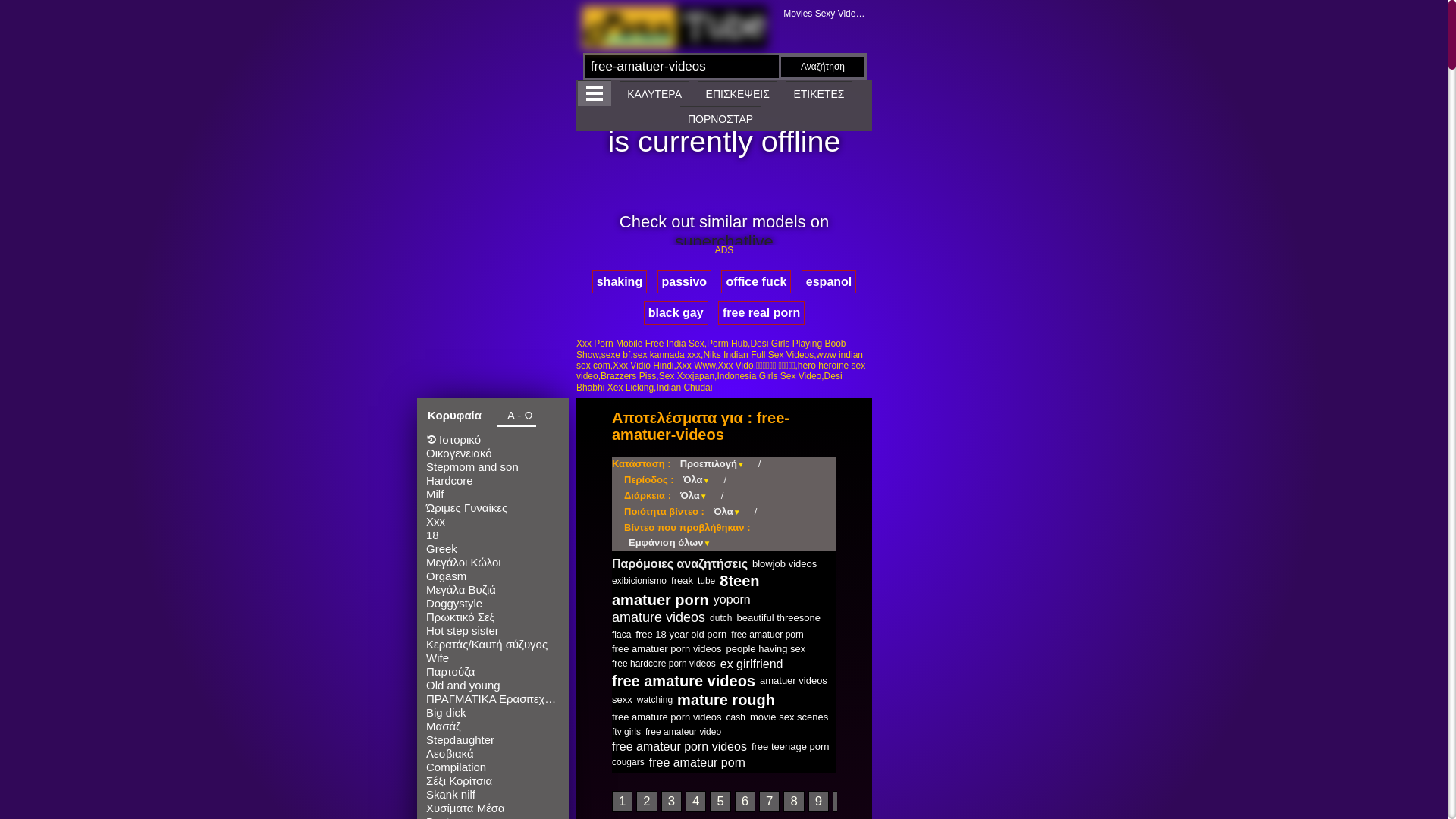 The image size is (1456, 819). I want to click on 'dutch', so click(720, 617).